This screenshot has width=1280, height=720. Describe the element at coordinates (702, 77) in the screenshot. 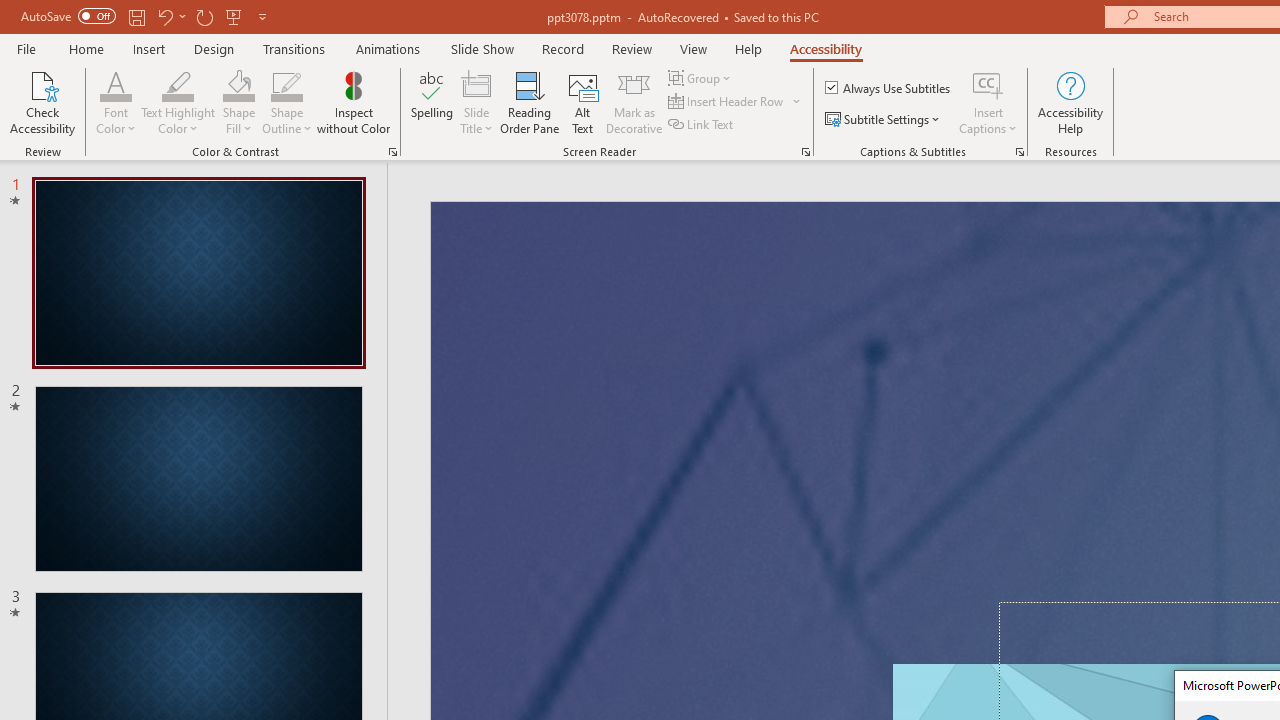

I see `'Group'` at that location.